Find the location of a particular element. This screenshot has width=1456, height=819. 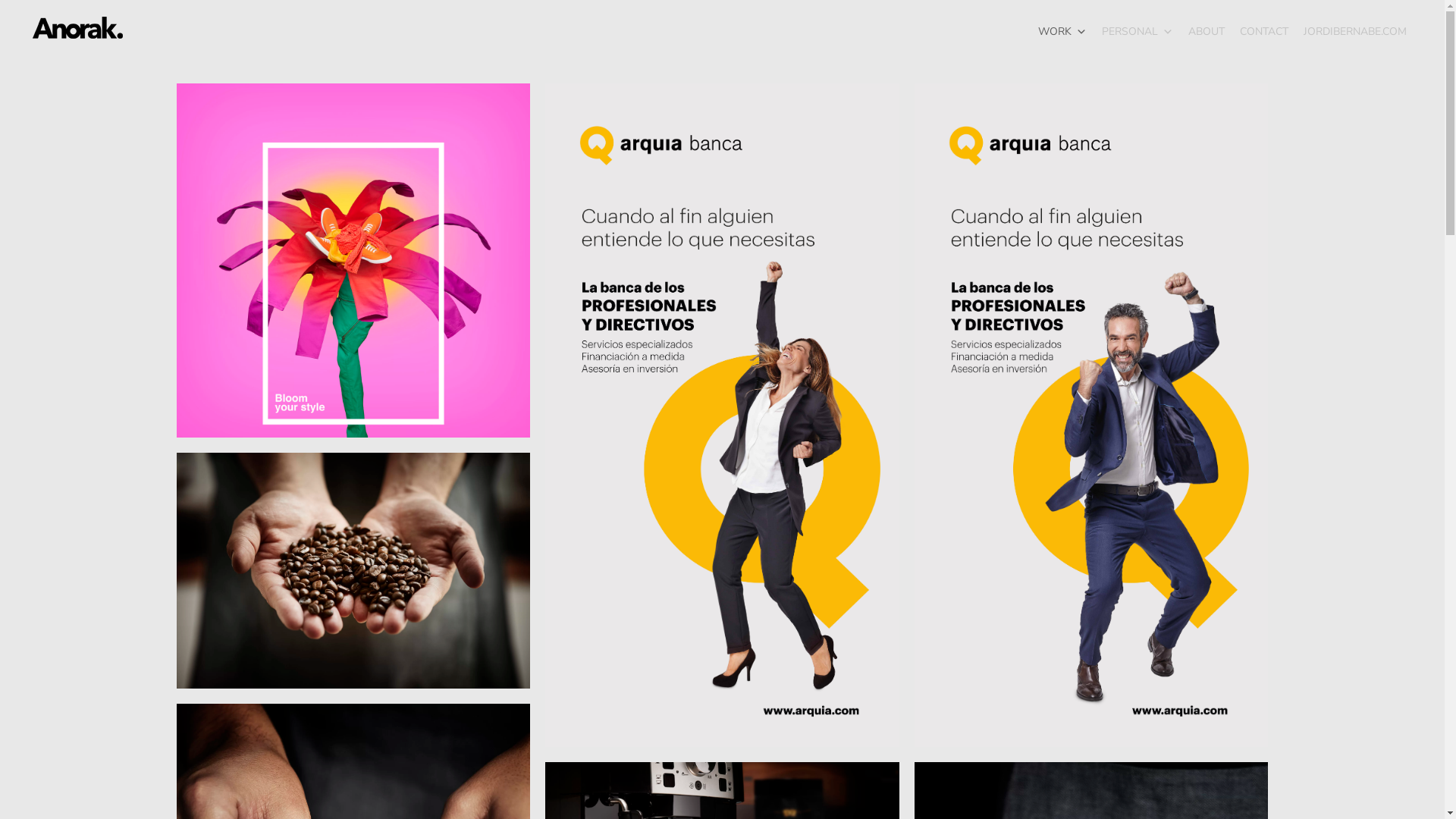

'CONTACT' is located at coordinates (1263, 32).